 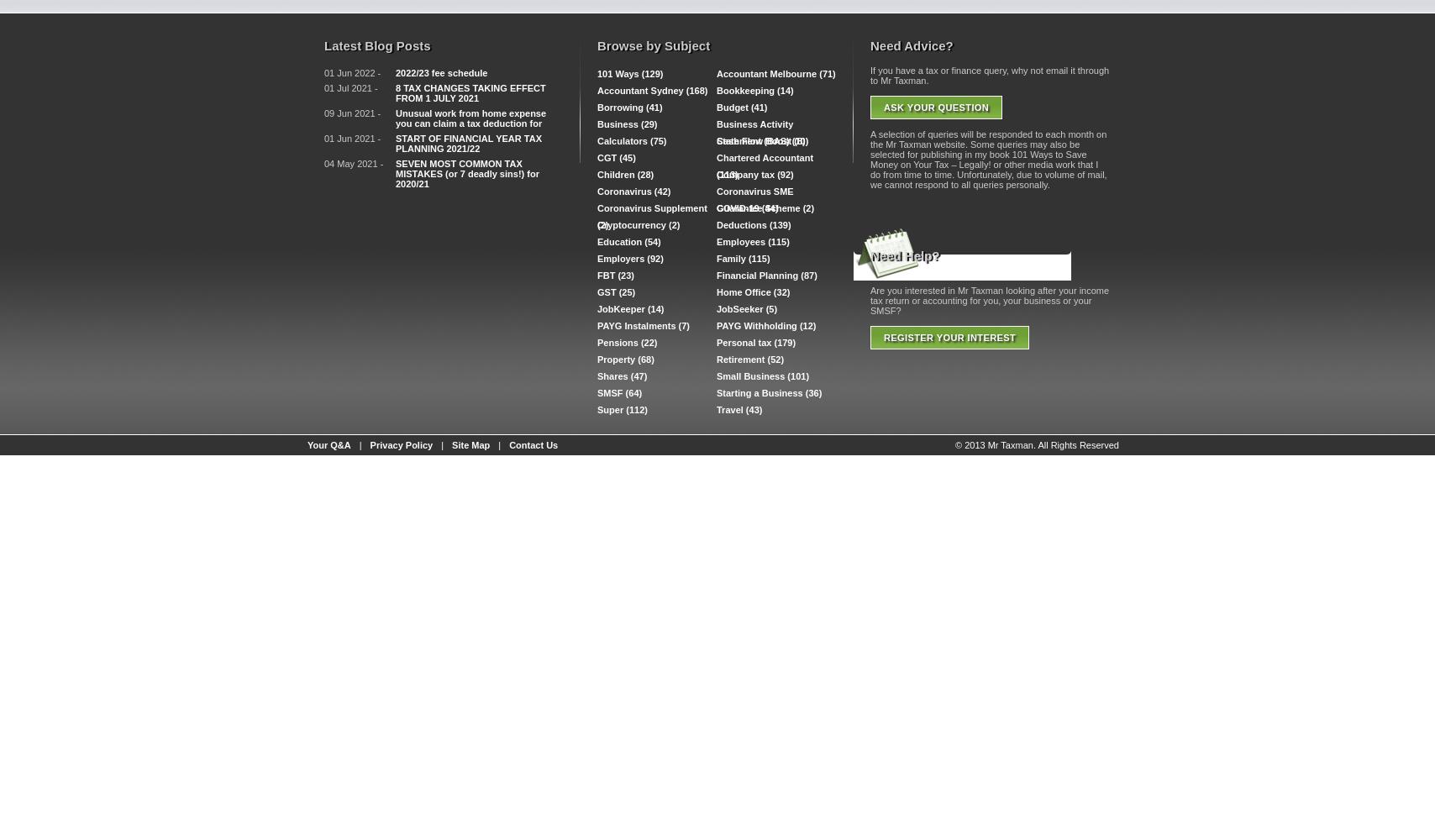 I want to click on '© 2013 Mr Taxman. All Rights Reserved', so click(x=1037, y=445).